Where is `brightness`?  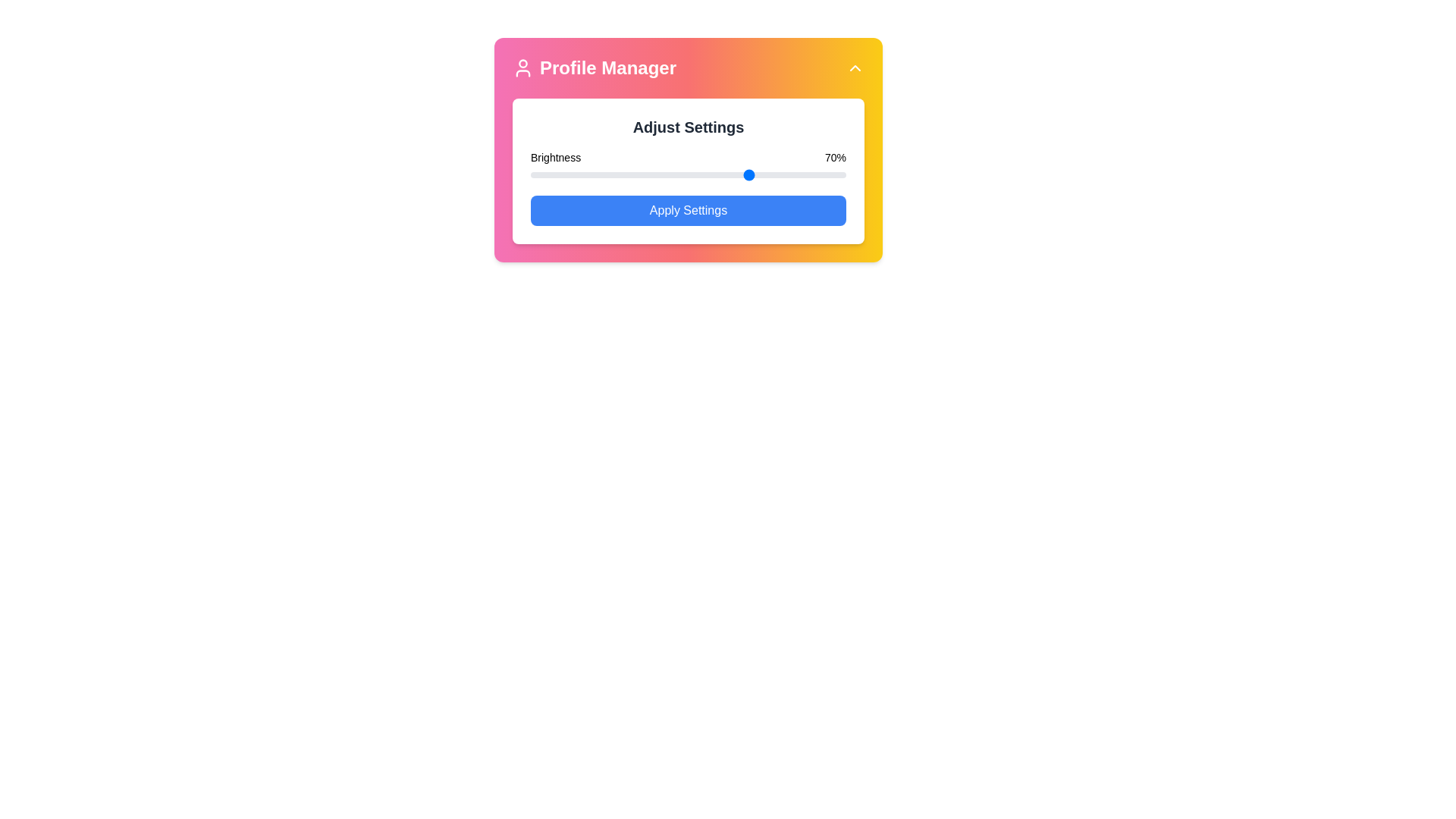
brightness is located at coordinates (577, 174).